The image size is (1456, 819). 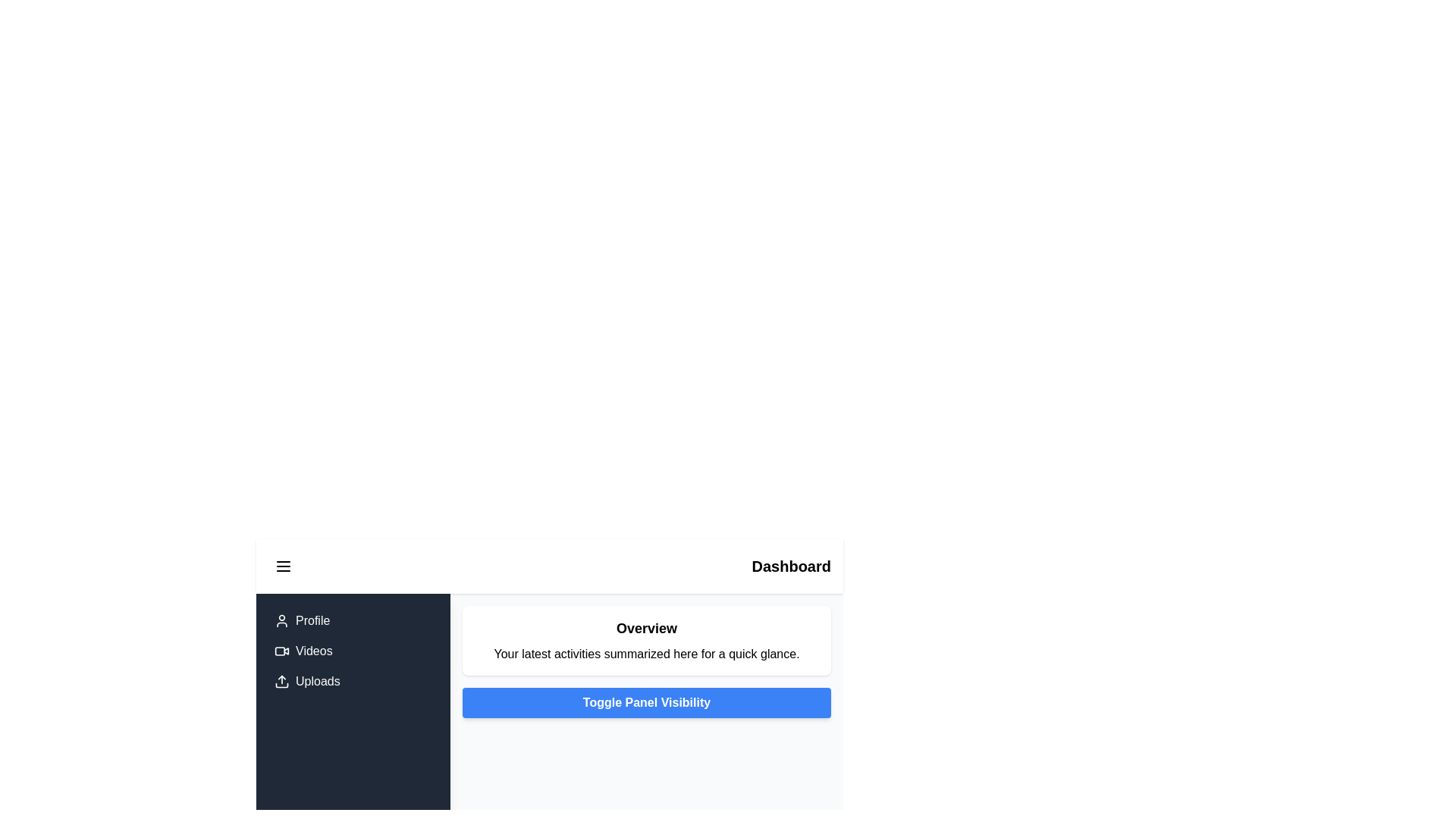 I want to click on the 'Overview' text label, which is displayed in bold black font at the top of the card component, so click(x=647, y=629).